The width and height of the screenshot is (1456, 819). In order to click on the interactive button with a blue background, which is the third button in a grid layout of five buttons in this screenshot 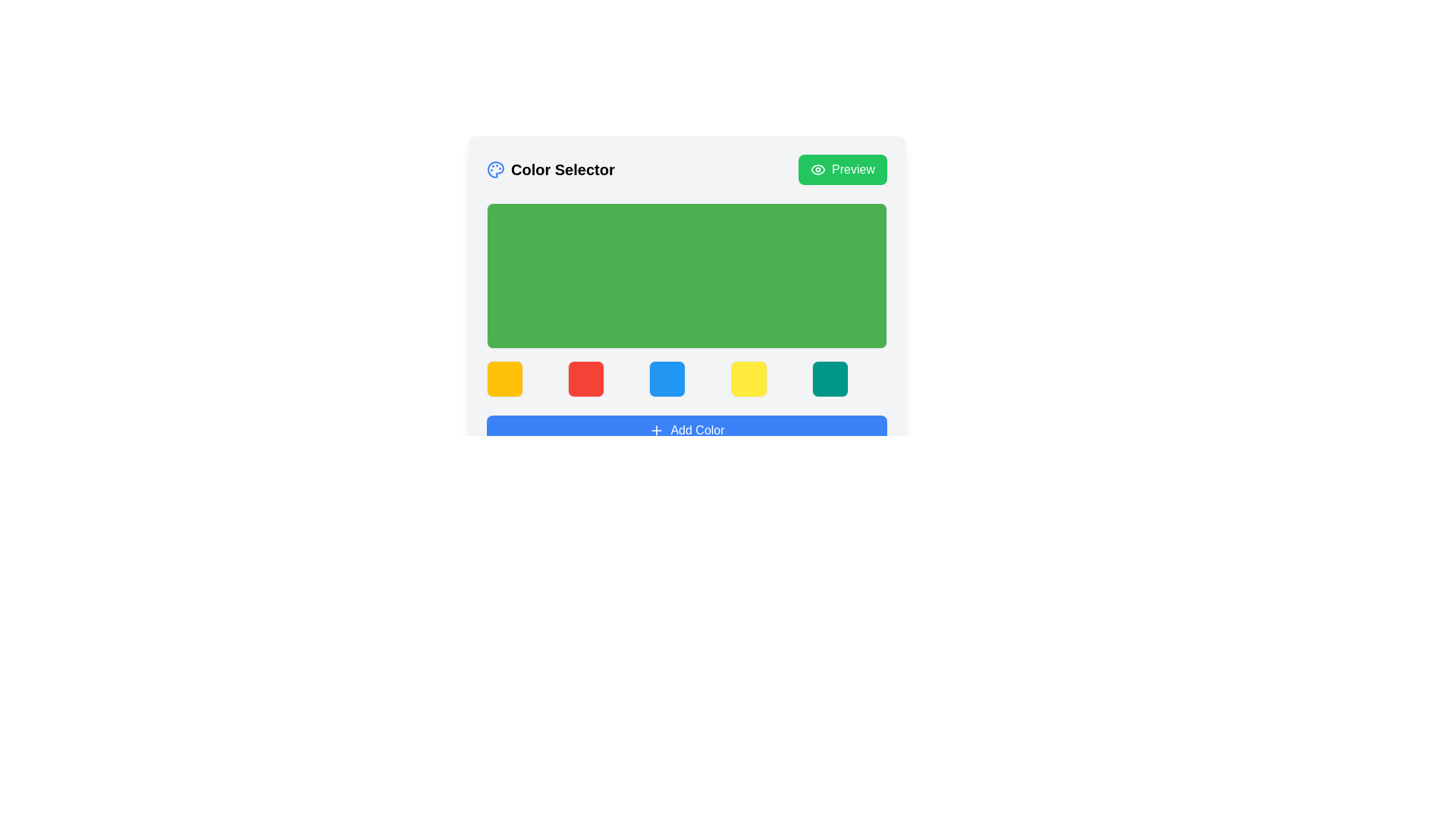, I will do `click(686, 378)`.